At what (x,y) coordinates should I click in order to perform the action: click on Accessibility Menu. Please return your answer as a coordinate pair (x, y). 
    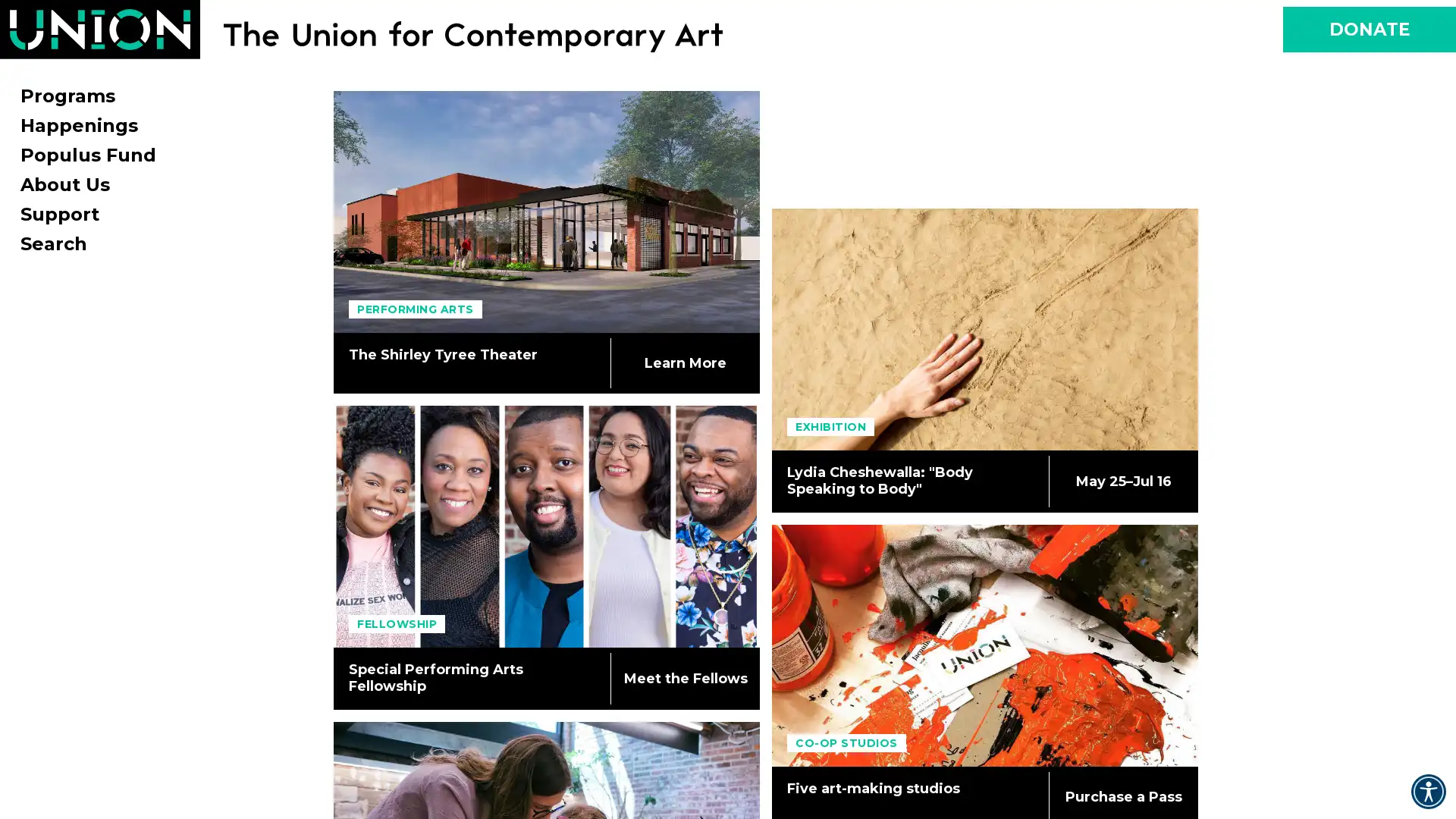
    Looking at the image, I should click on (1427, 791).